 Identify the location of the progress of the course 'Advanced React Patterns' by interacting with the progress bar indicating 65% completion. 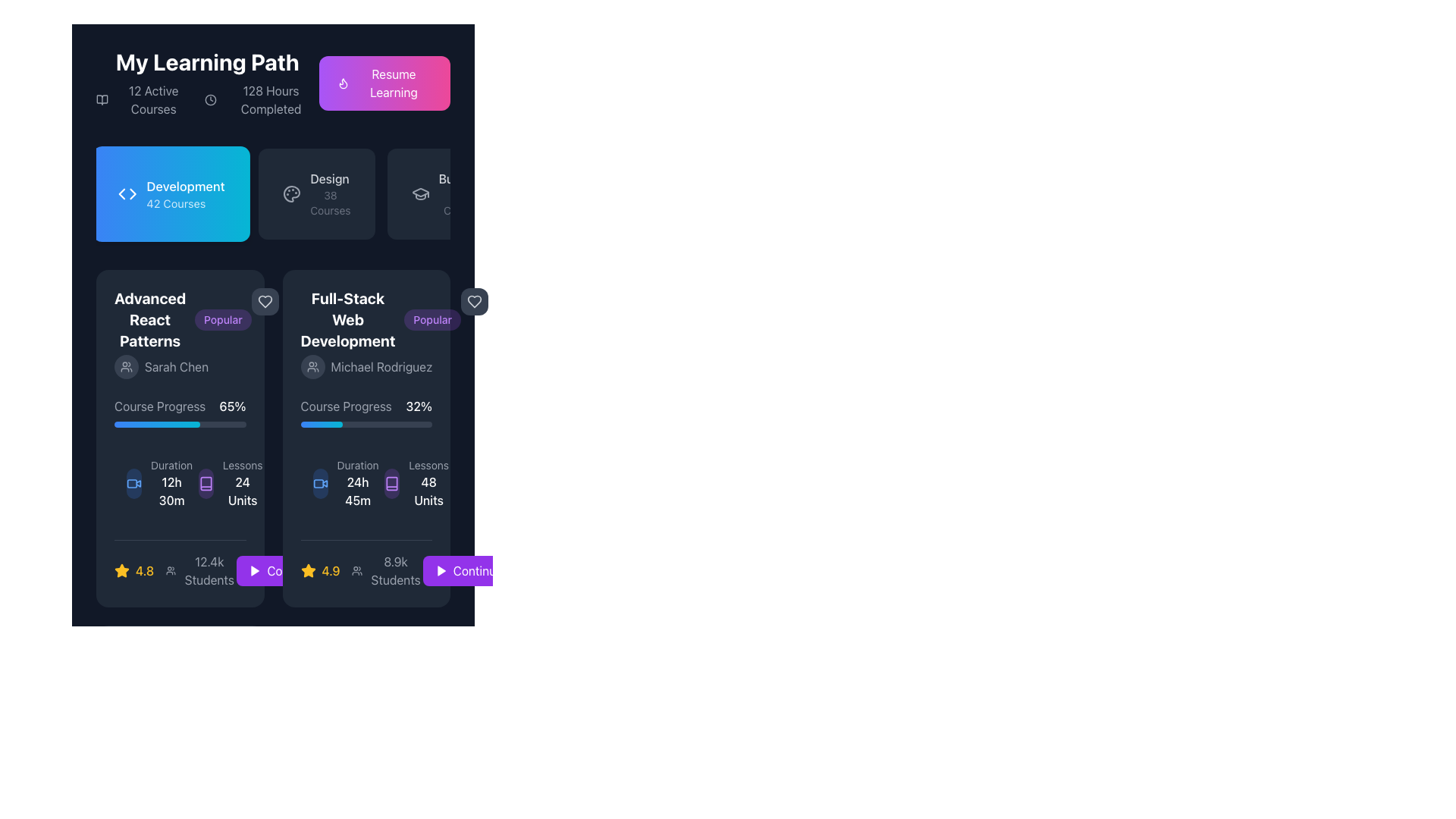
(180, 424).